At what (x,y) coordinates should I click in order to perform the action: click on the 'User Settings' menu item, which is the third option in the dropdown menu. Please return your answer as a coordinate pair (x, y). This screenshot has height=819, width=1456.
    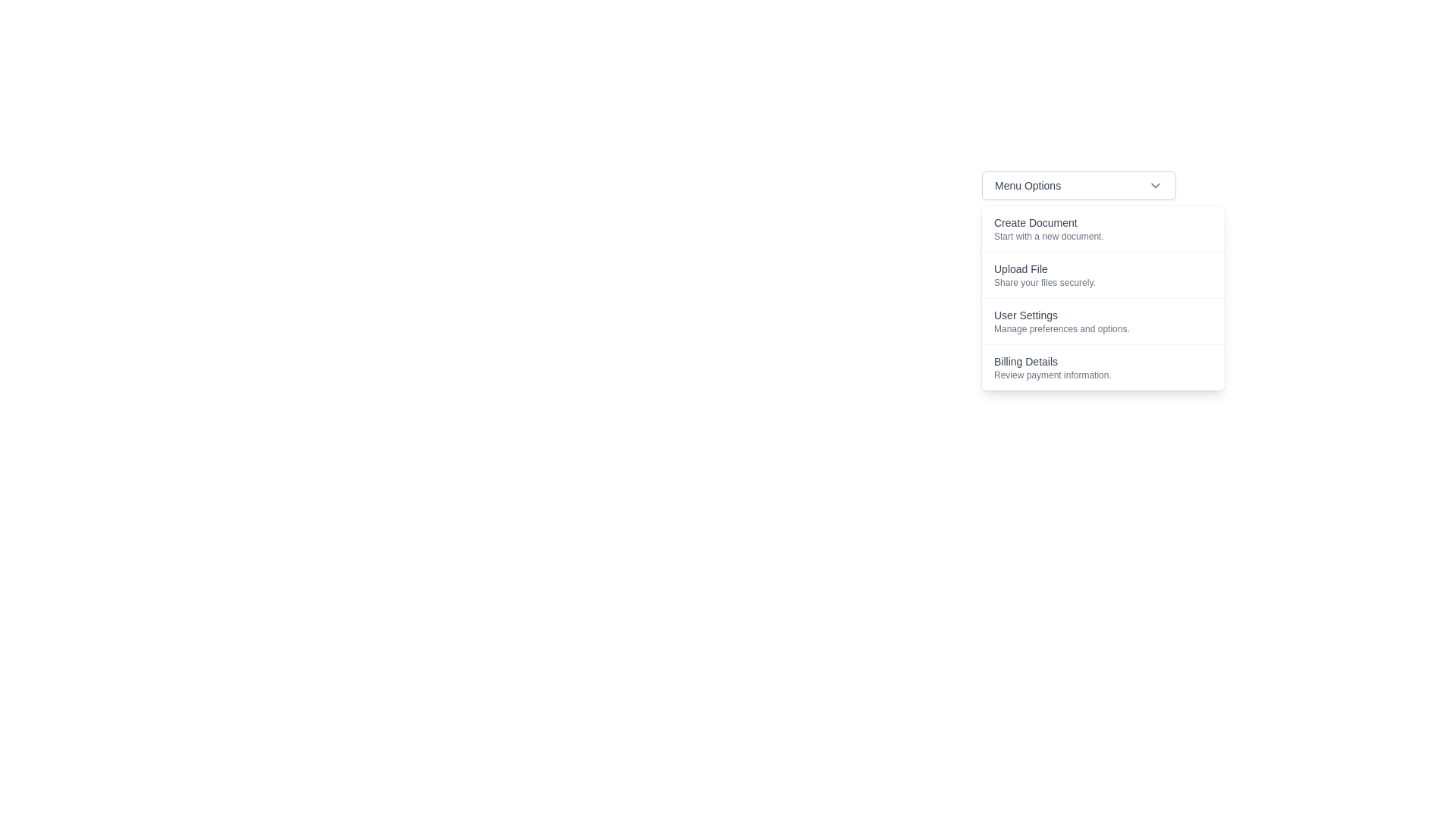
    Looking at the image, I should click on (1103, 320).